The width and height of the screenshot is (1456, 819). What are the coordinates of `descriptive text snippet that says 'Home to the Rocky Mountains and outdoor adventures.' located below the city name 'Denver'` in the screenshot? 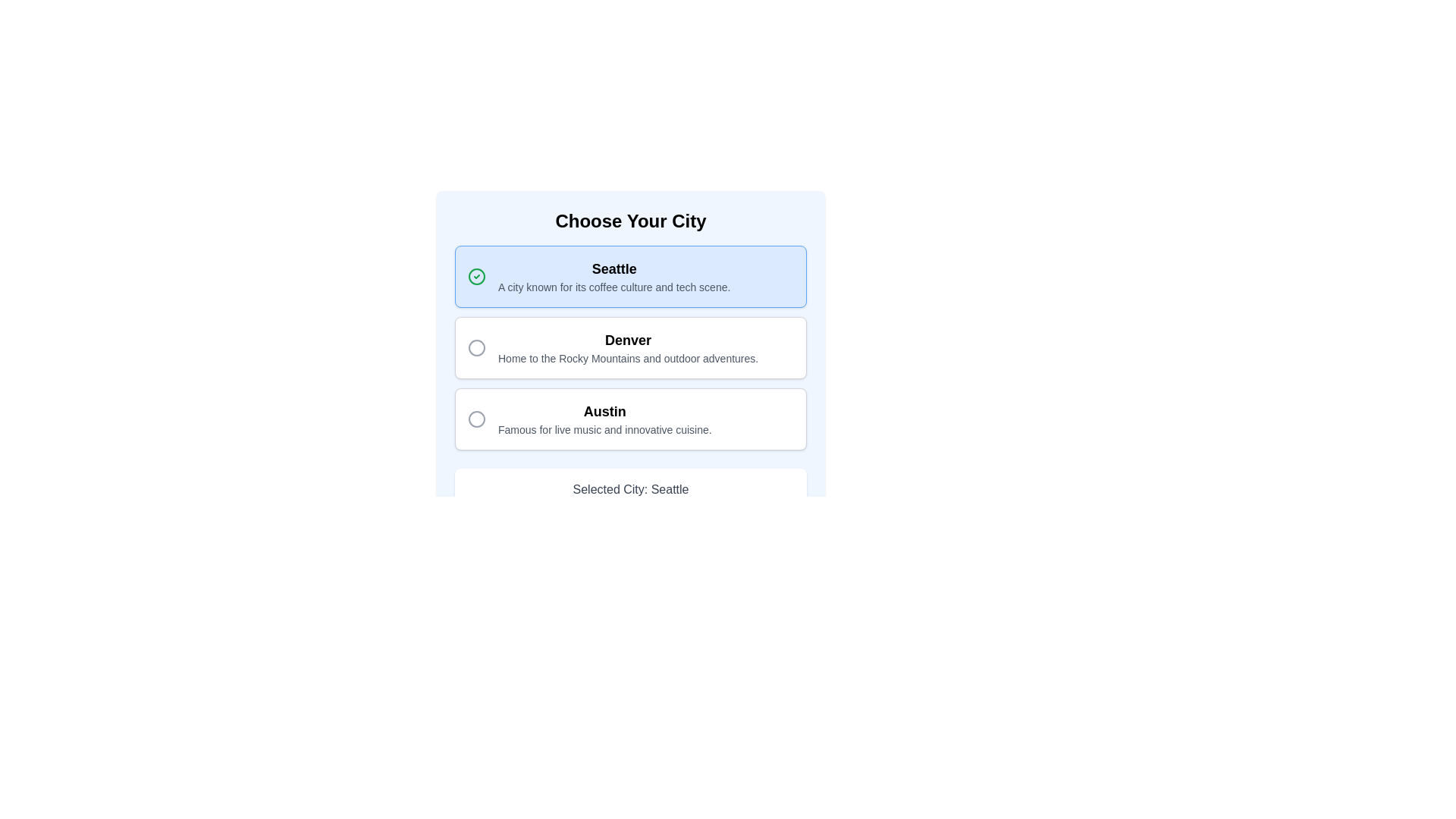 It's located at (628, 359).